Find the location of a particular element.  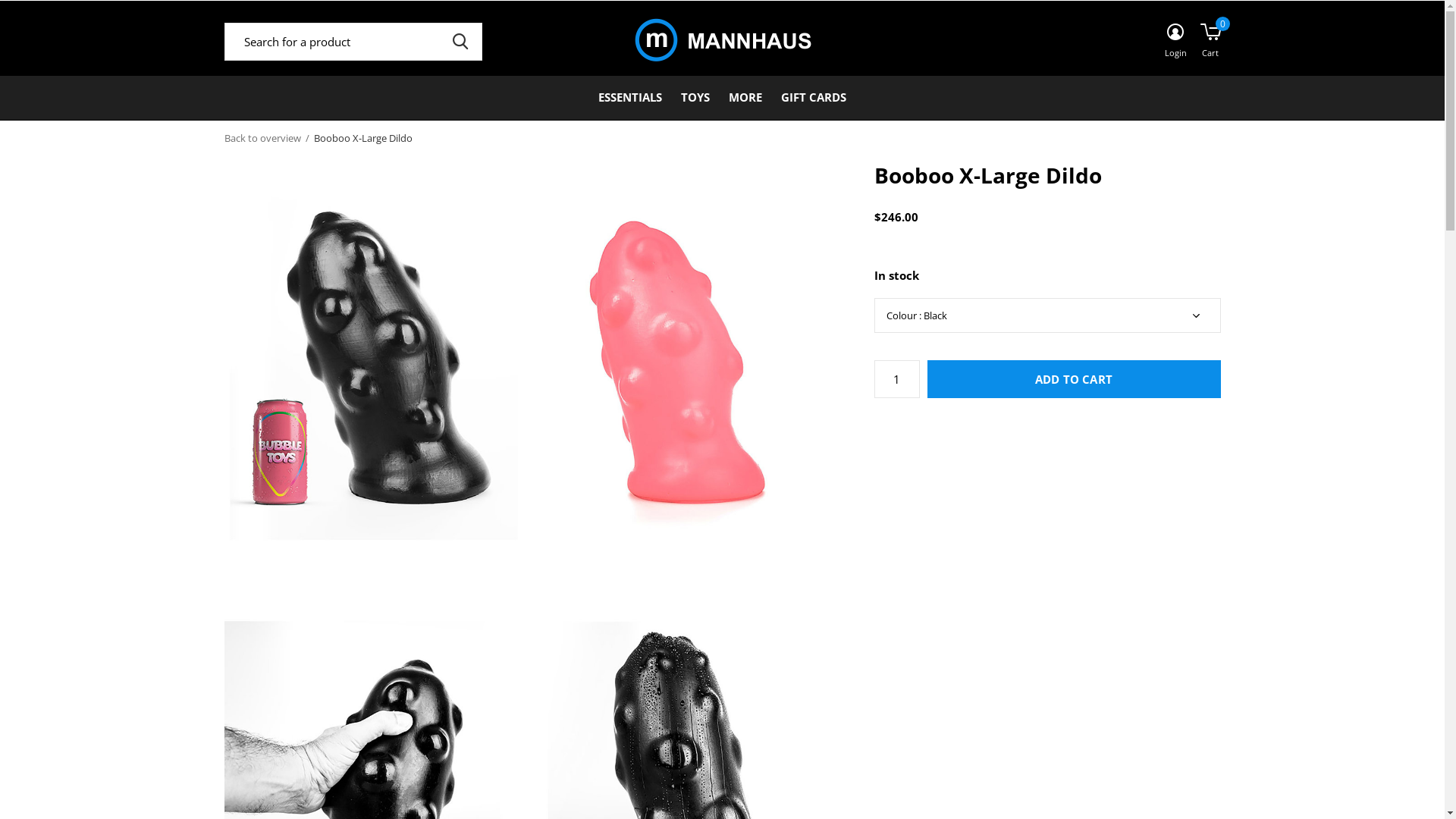

'TOYS' is located at coordinates (694, 96).